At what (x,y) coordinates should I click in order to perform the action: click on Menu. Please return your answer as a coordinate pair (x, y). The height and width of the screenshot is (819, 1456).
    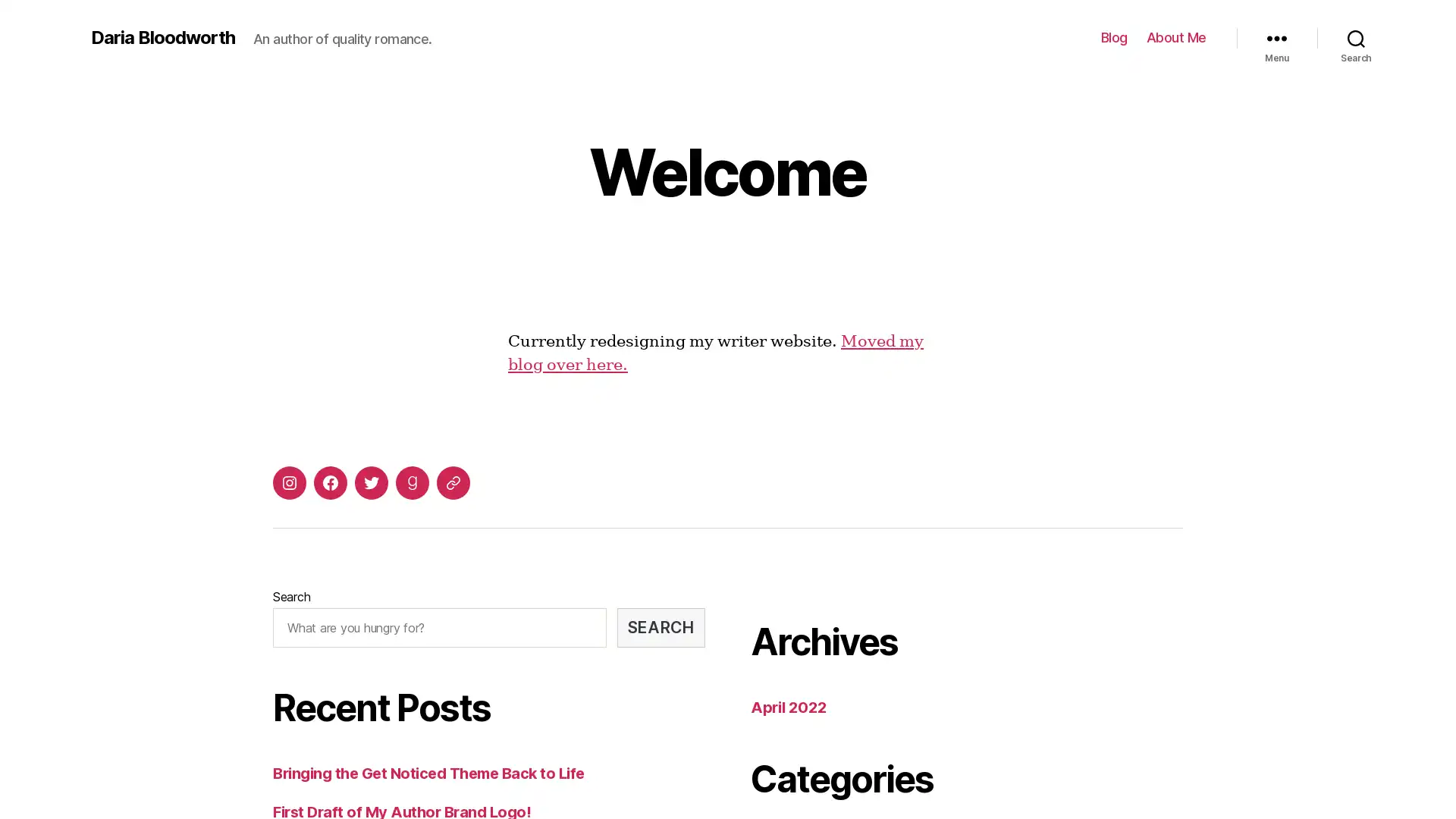
    Looking at the image, I should click on (1276, 37).